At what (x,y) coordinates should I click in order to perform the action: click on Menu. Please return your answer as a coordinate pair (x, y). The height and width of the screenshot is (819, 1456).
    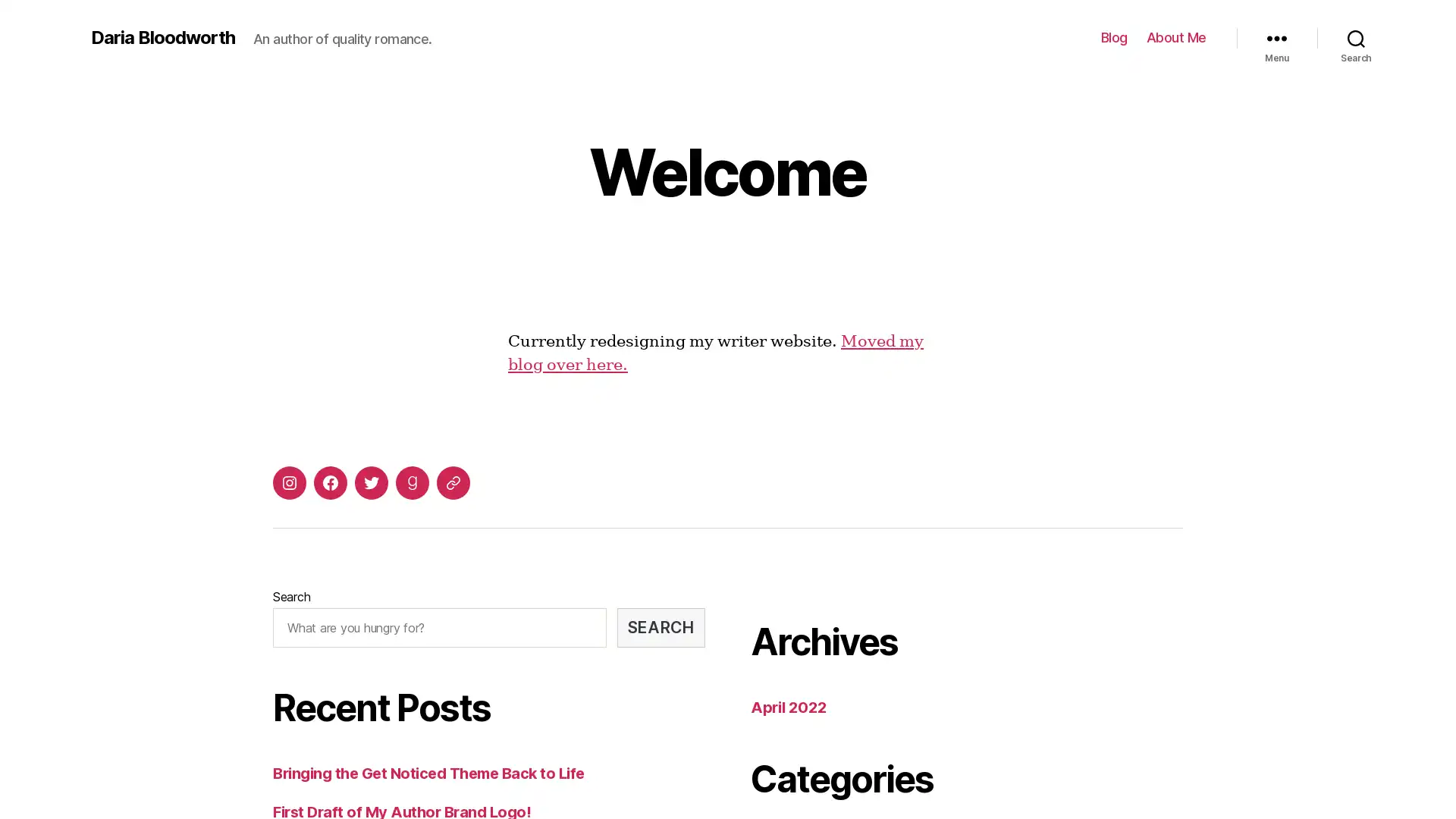
    Looking at the image, I should click on (1276, 37).